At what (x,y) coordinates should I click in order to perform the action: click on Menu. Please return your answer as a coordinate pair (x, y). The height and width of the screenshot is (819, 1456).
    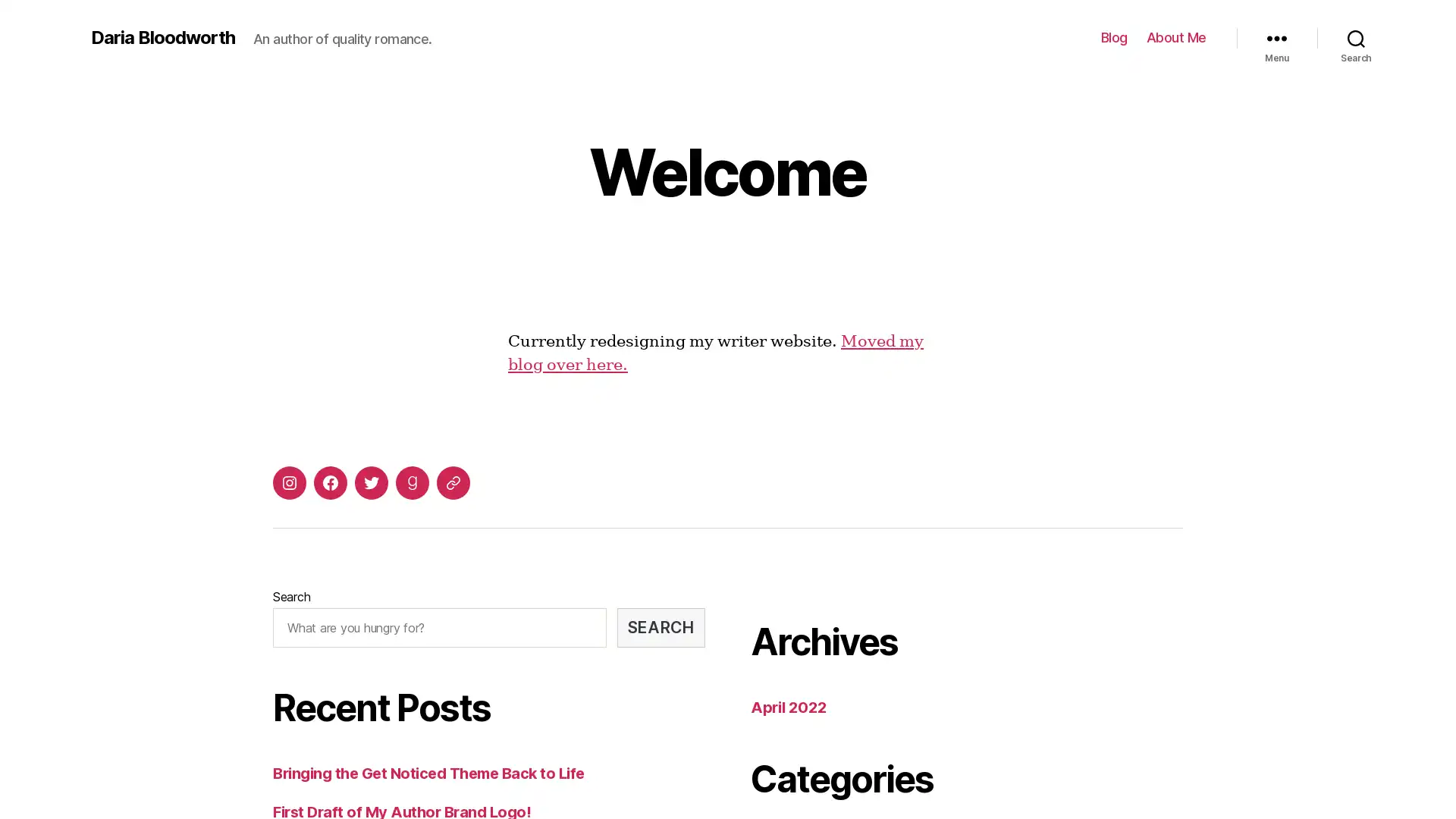
    Looking at the image, I should click on (1276, 37).